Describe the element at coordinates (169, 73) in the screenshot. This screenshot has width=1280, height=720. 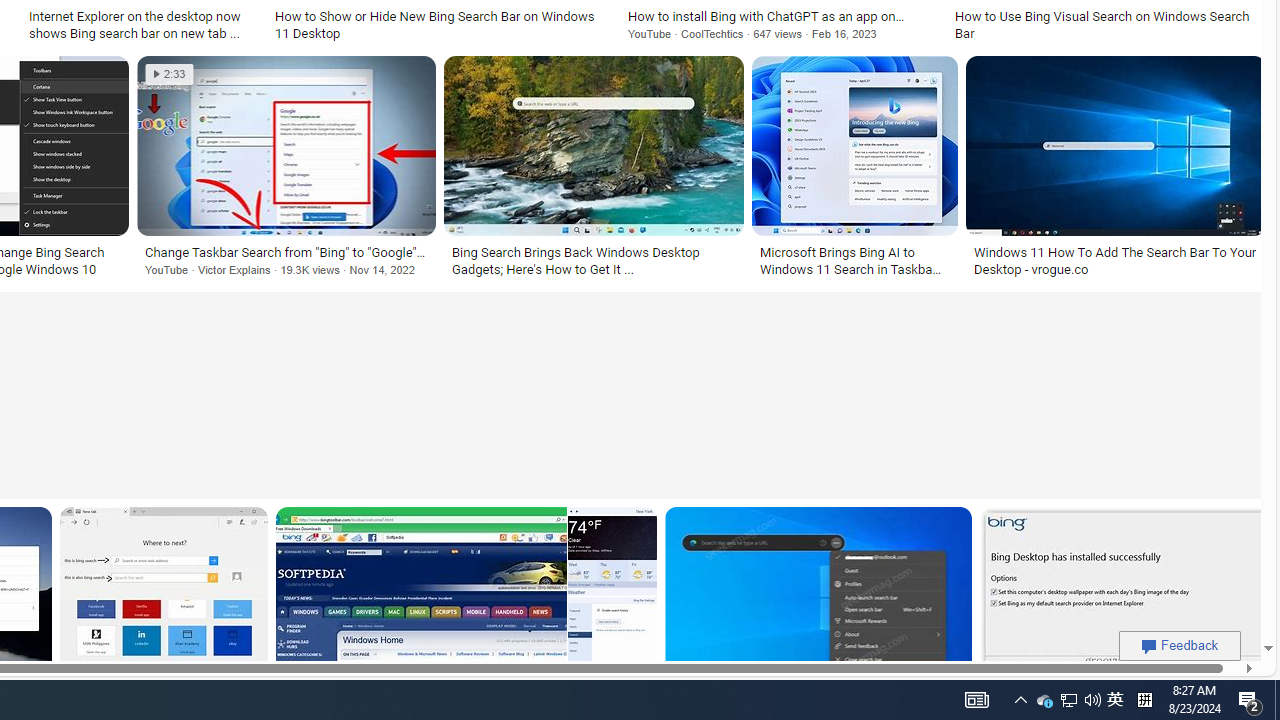
I see `'2:33'` at that location.